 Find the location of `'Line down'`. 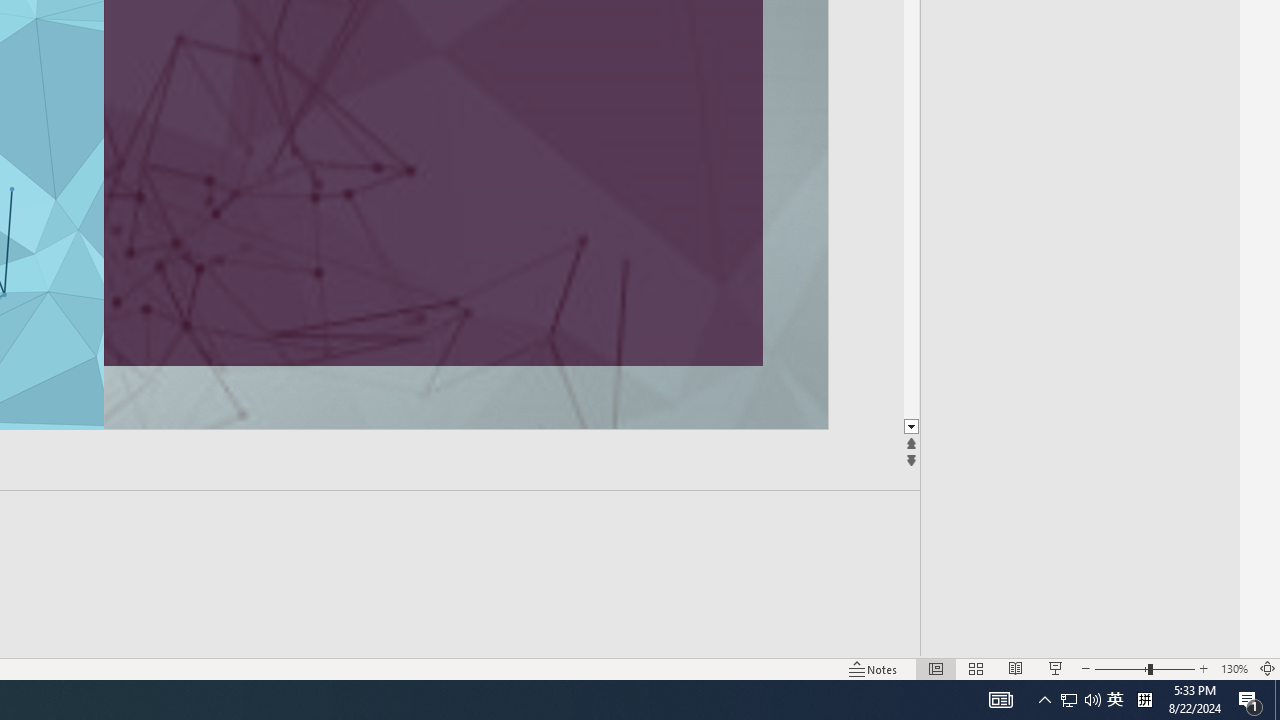

'Line down' is located at coordinates (910, 426).